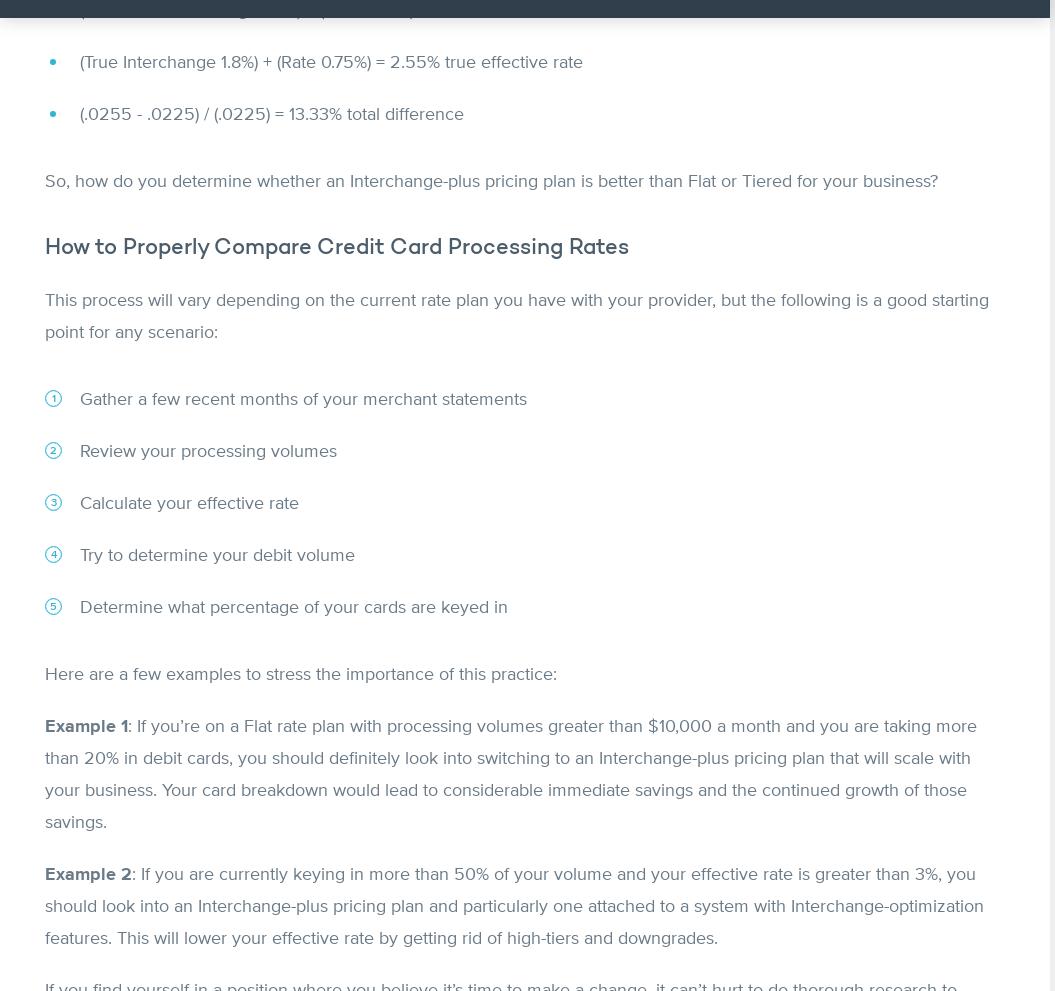  Describe the element at coordinates (375, 9) in the screenshot. I see `'(Estimated Interchange 1.5%) + (Rate 0.75%) = 2.25% estimated effective rate'` at that location.